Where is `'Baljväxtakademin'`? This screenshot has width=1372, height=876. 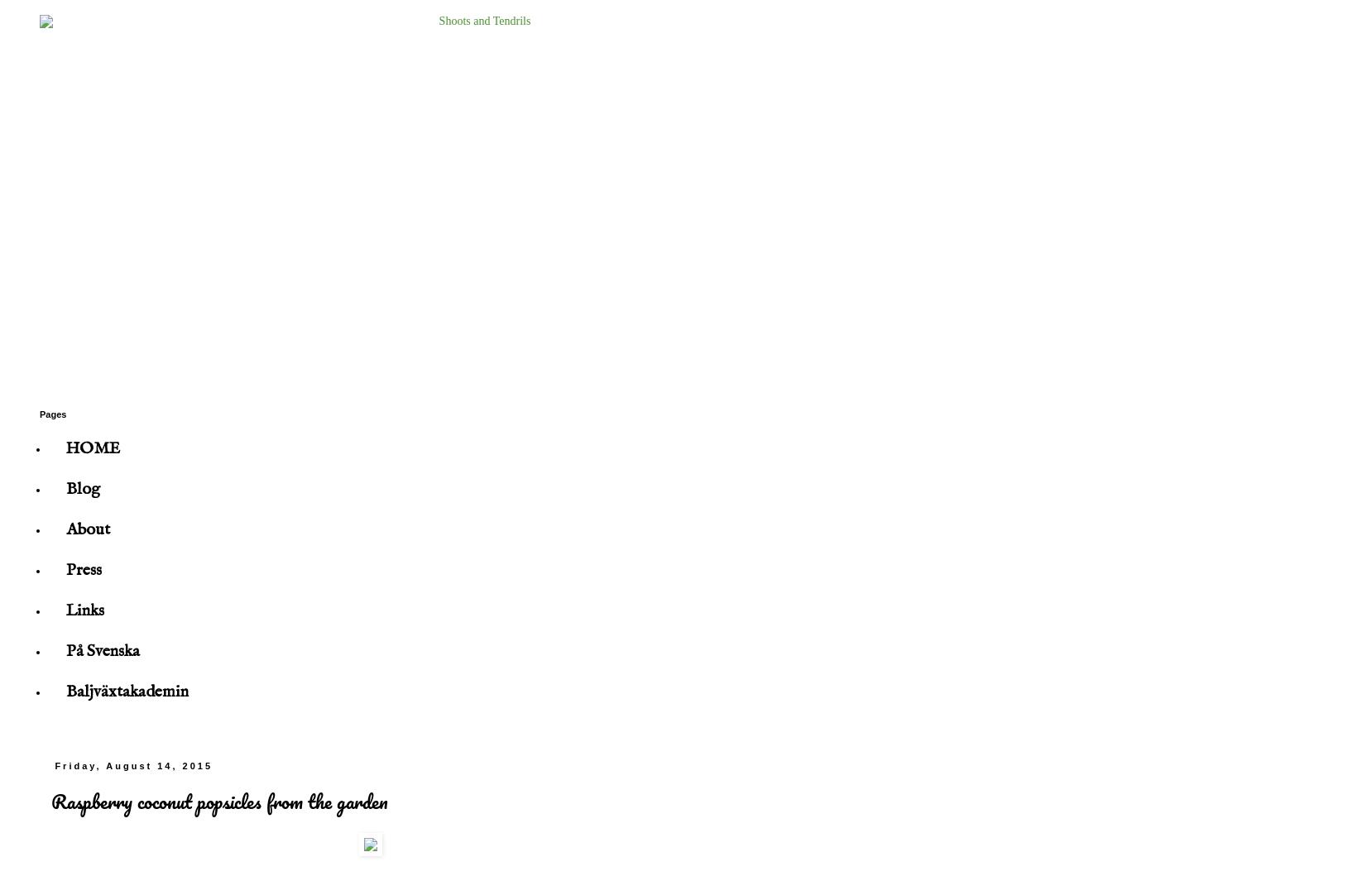
'Baljväxtakademin' is located at coordinates (127, 691).